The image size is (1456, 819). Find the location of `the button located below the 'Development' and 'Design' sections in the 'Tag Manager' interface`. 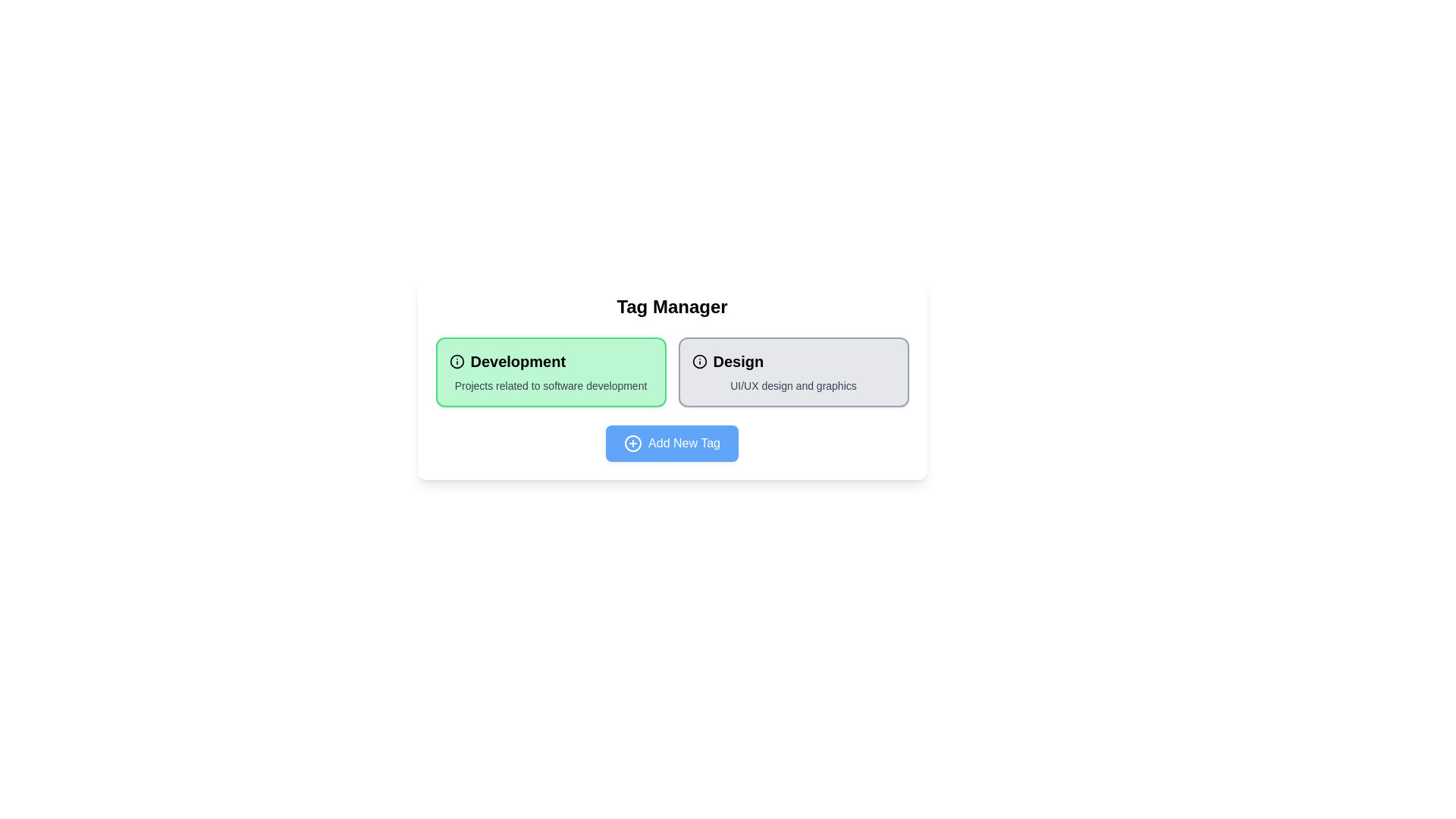

the button located below the 'Development' and 'Design' sections in the 'Tag Manager' interface is located at coordinates (671, 444).